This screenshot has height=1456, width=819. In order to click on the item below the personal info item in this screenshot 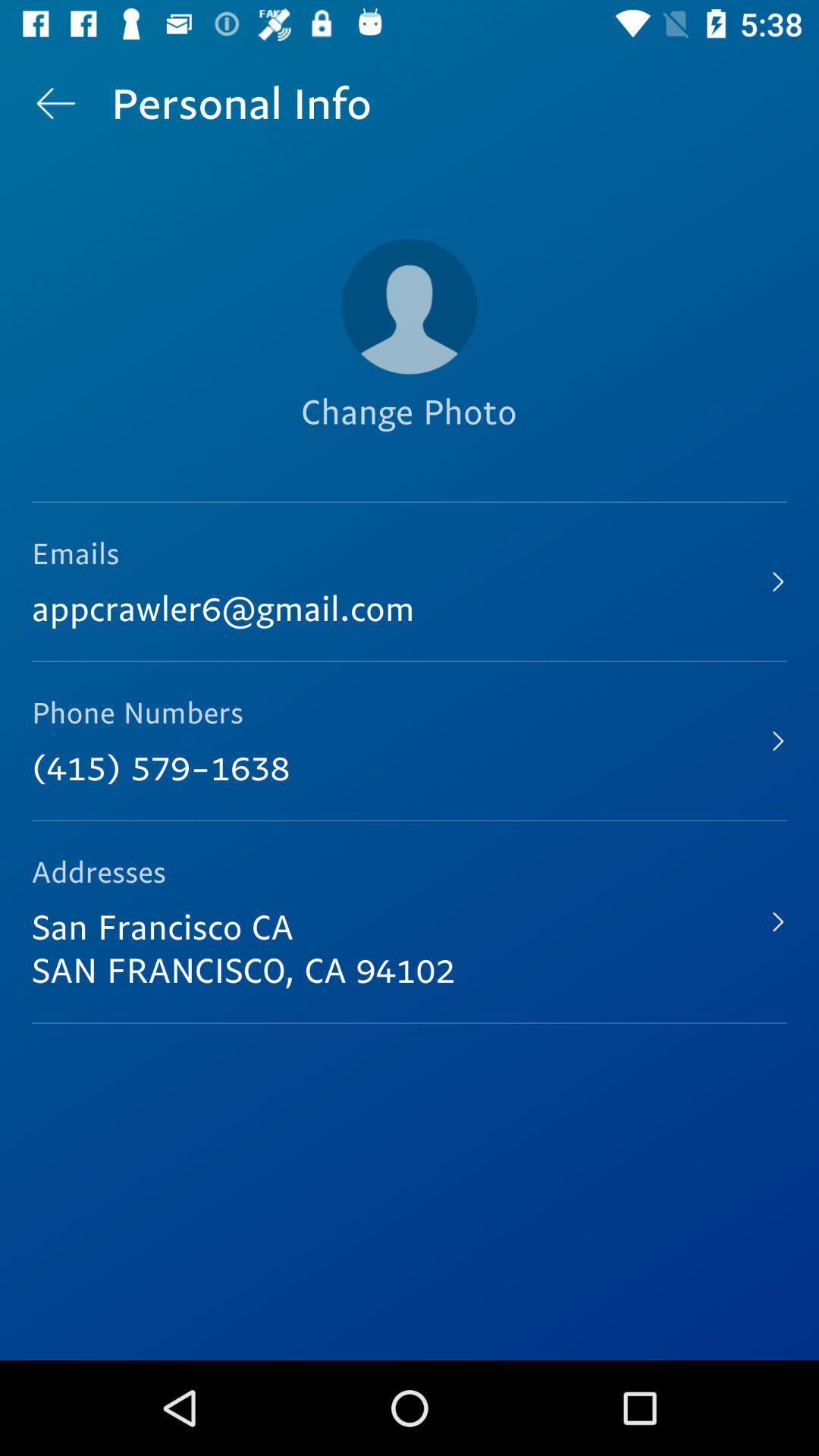, I will do `click(409, 306)`.